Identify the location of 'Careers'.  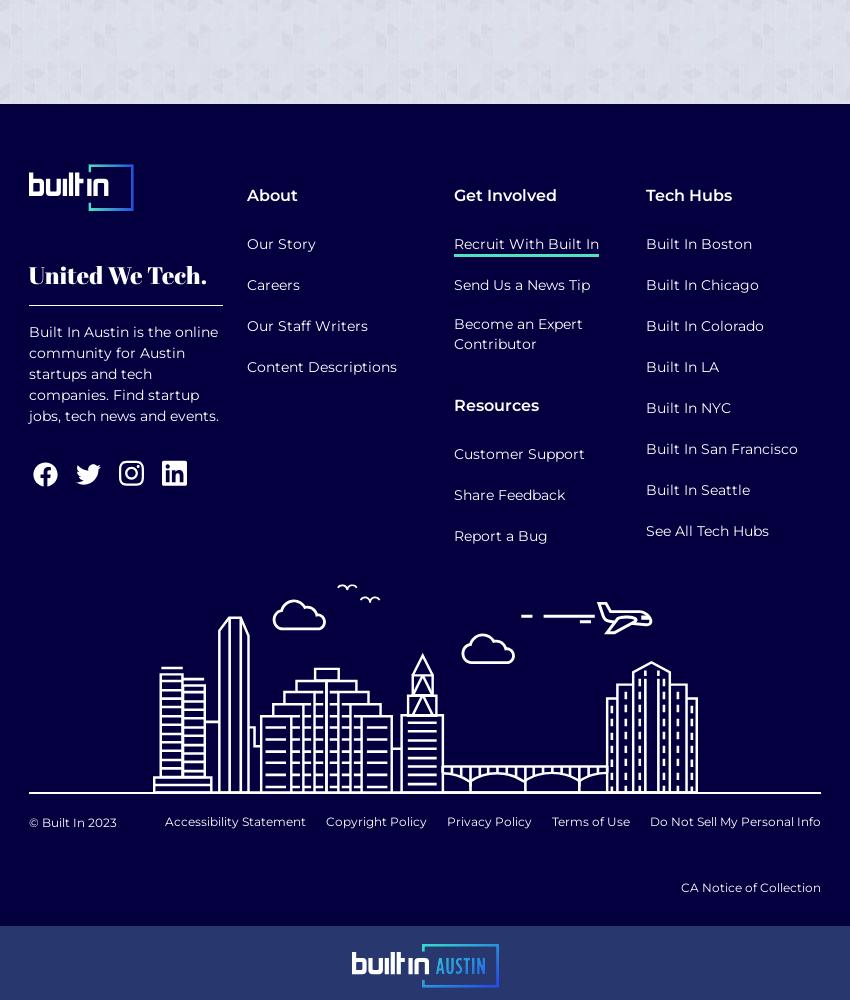
(272, 285).